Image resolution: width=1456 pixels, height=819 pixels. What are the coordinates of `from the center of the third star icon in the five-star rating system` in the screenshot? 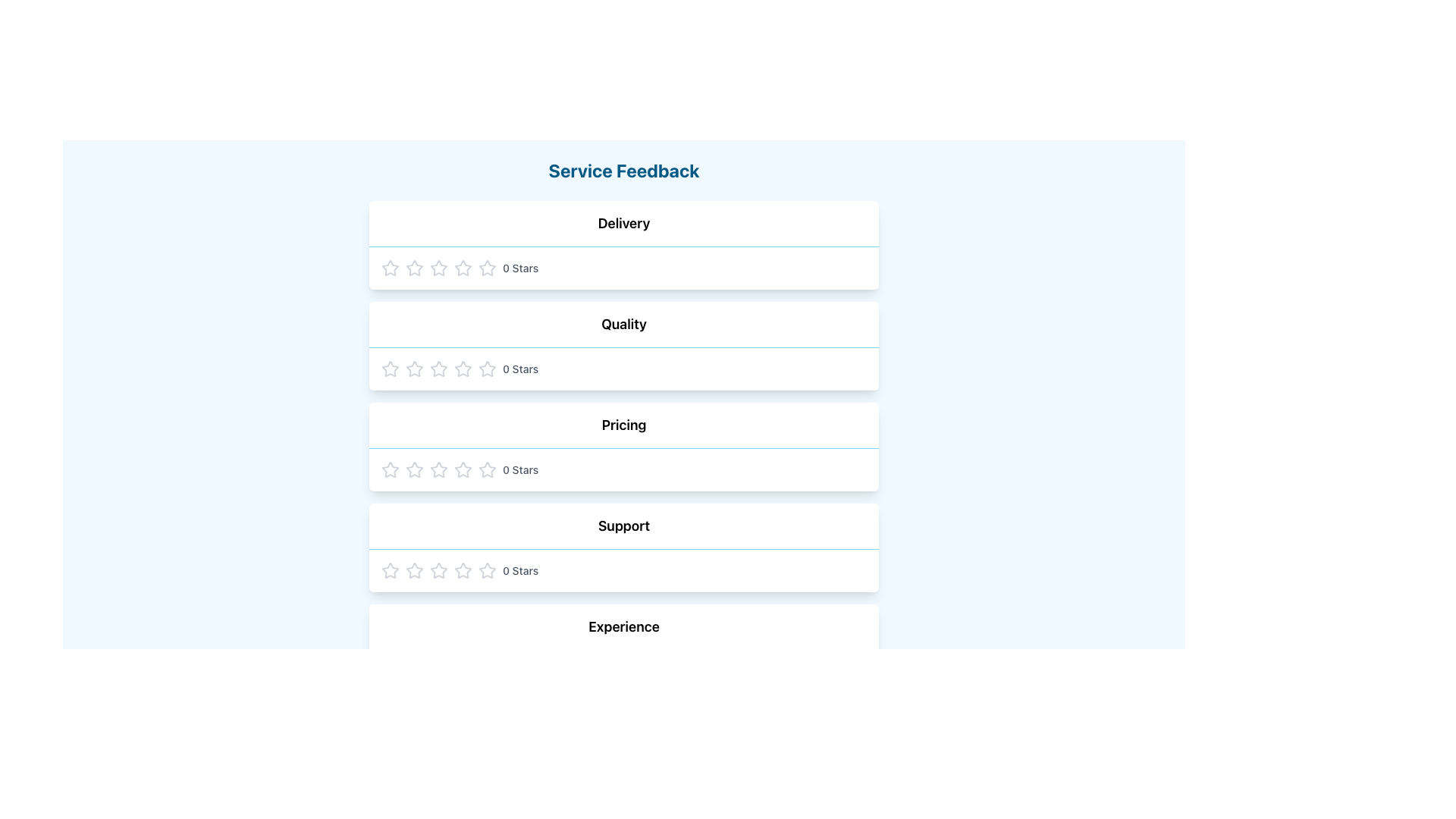 It's located at (462, 469).